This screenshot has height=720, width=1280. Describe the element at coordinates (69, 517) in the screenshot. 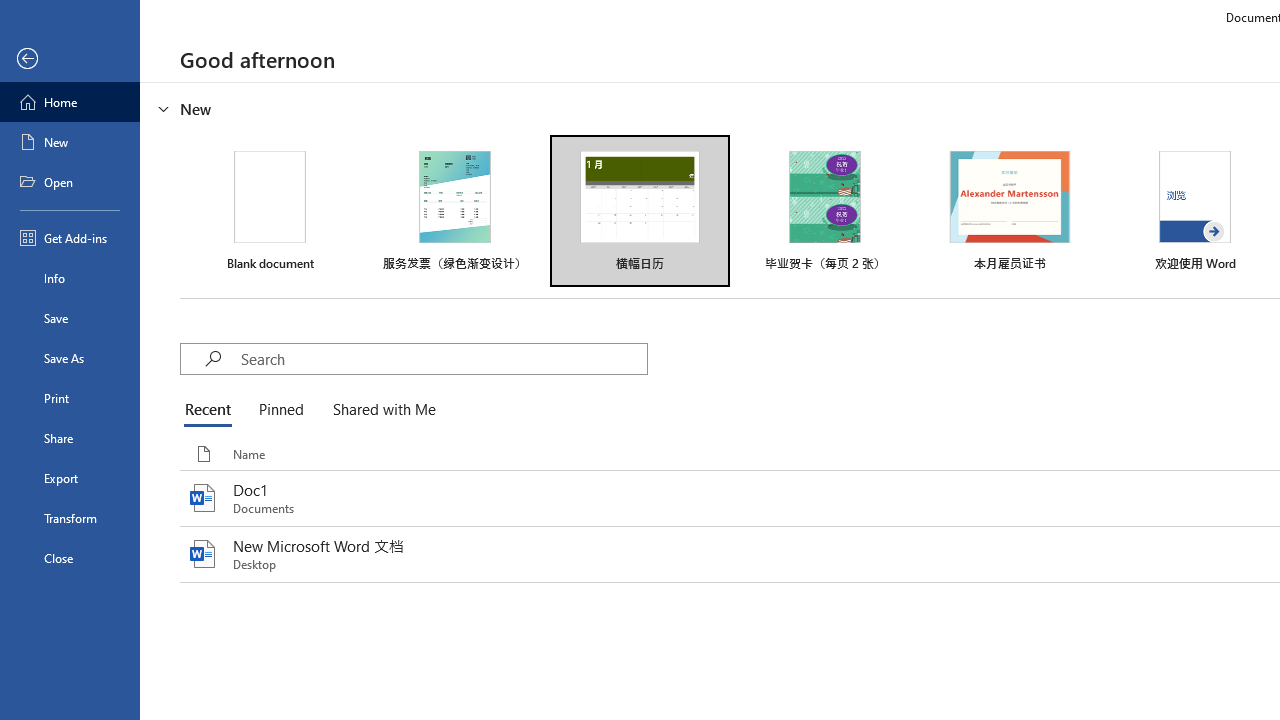

I see `'Transform'` at that location.